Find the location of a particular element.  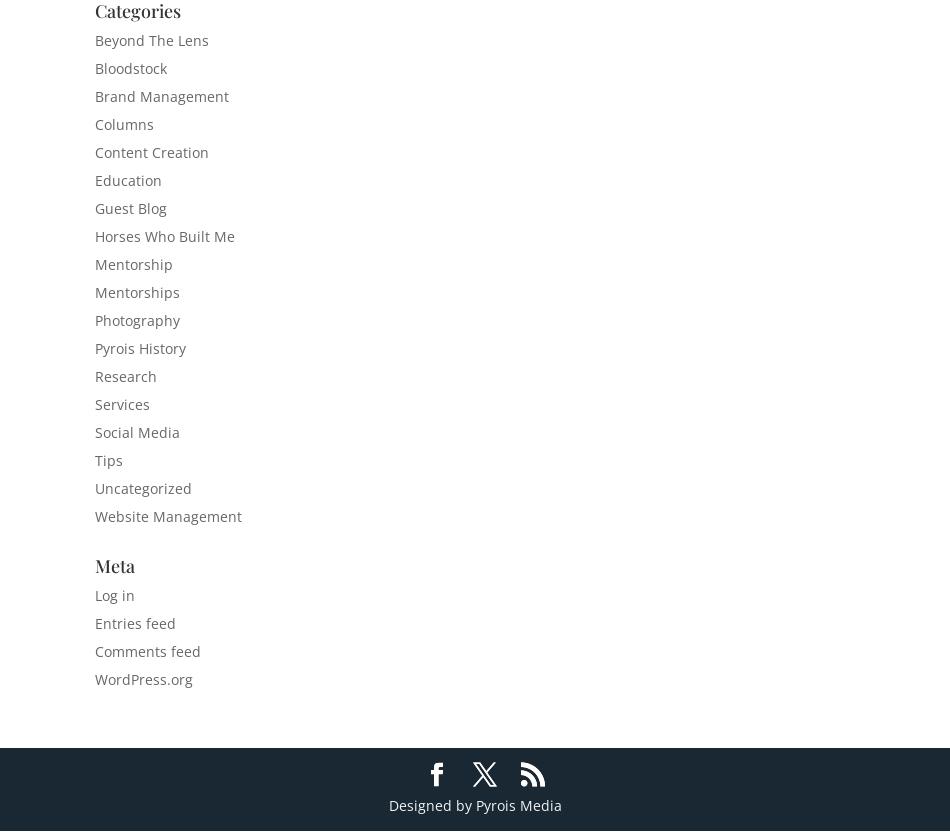

'Photography' is located at coordinates (137, 320).